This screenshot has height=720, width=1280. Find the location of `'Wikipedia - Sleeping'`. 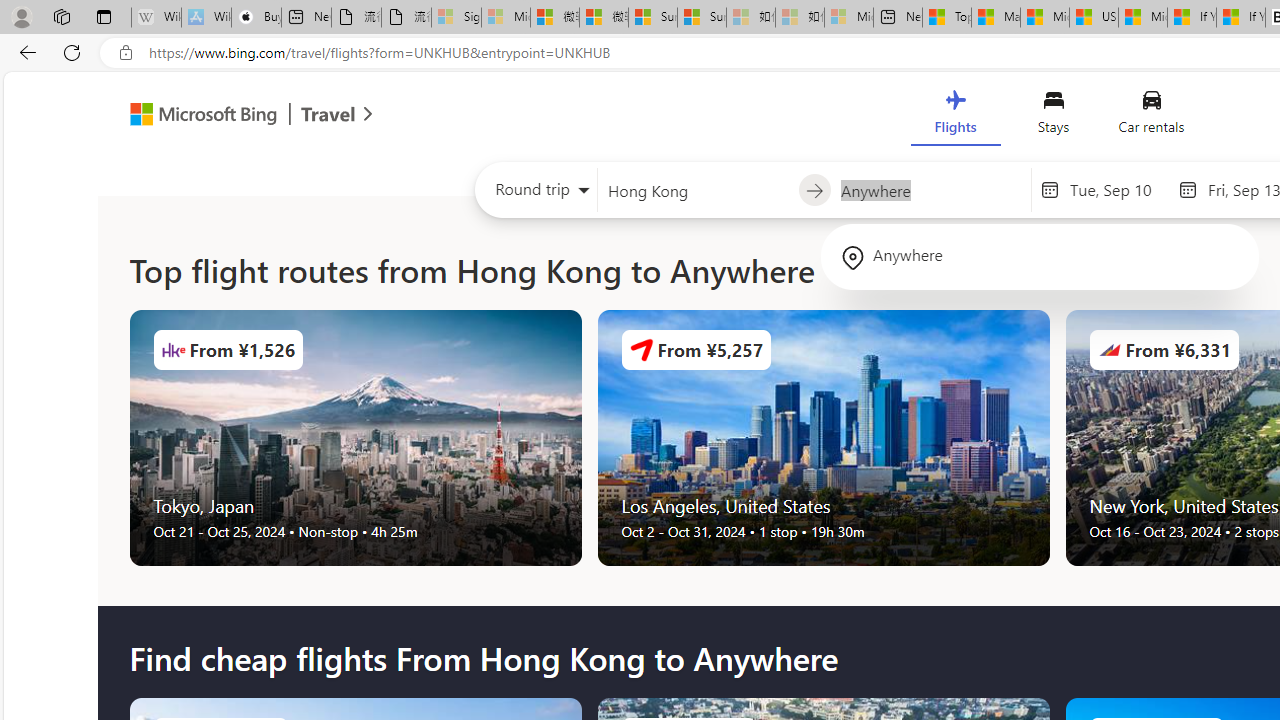

'Wikipedia - Sleeping' is located at coordinates (155, 17).